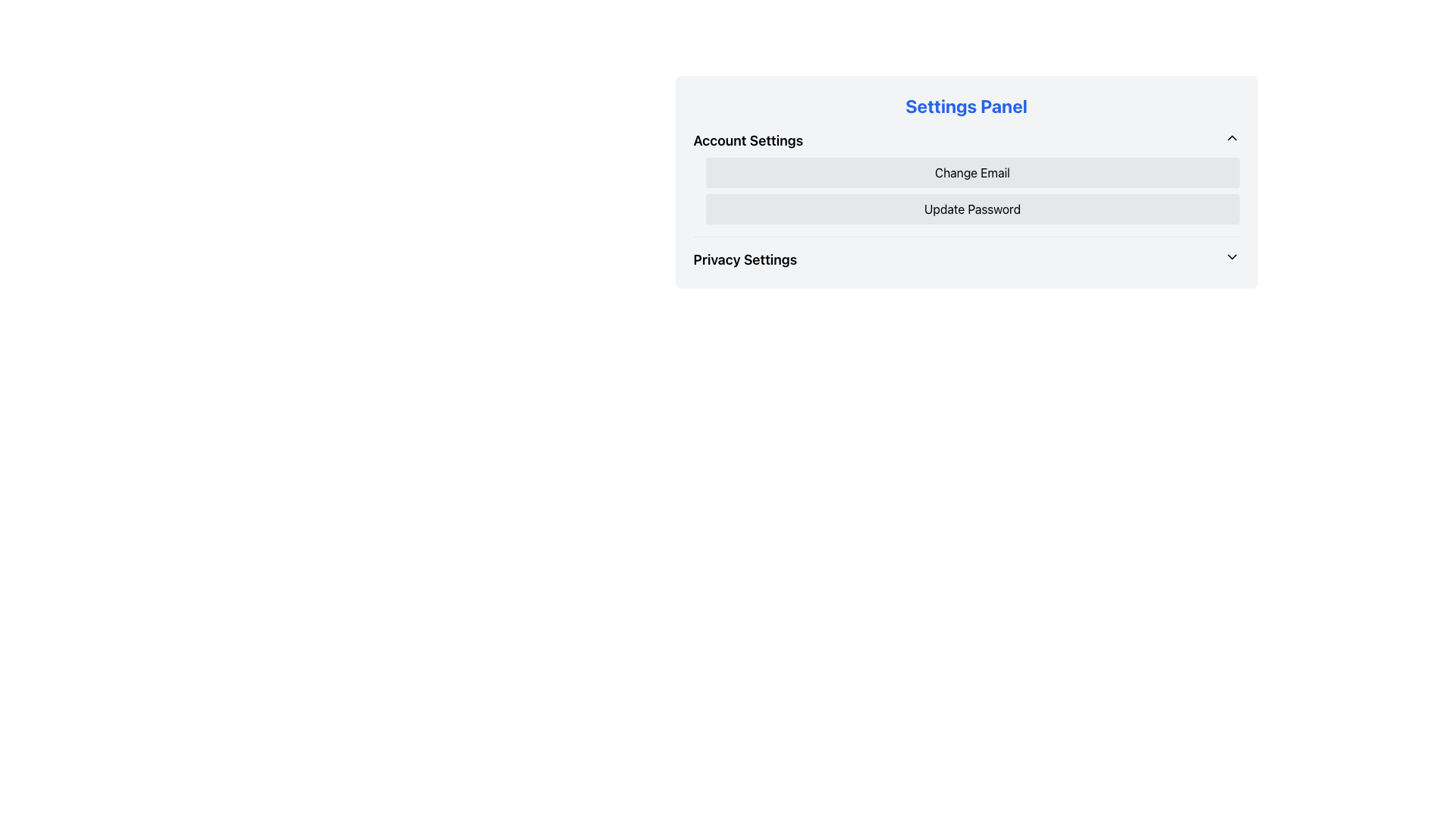 This screenshot has width=1456, height=819. I want to click on the Chevron icon (expand/collapse button) located at the far-right end of the 'Privacy Settings' row, so click(1232, 256).